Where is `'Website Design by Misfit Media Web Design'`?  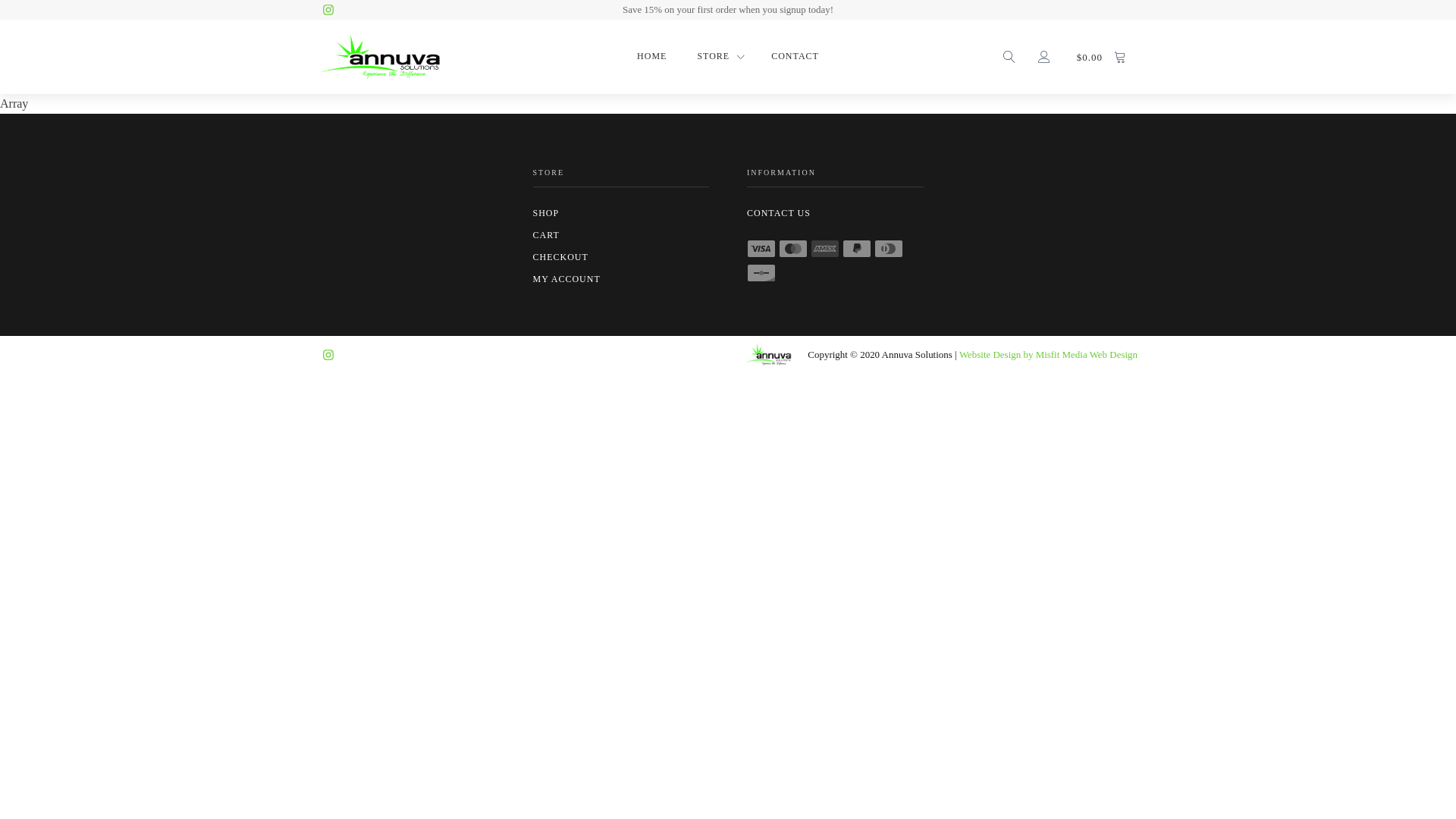
'Website Design by Misfit Media Web Design' is located at coordinates (959, 355).